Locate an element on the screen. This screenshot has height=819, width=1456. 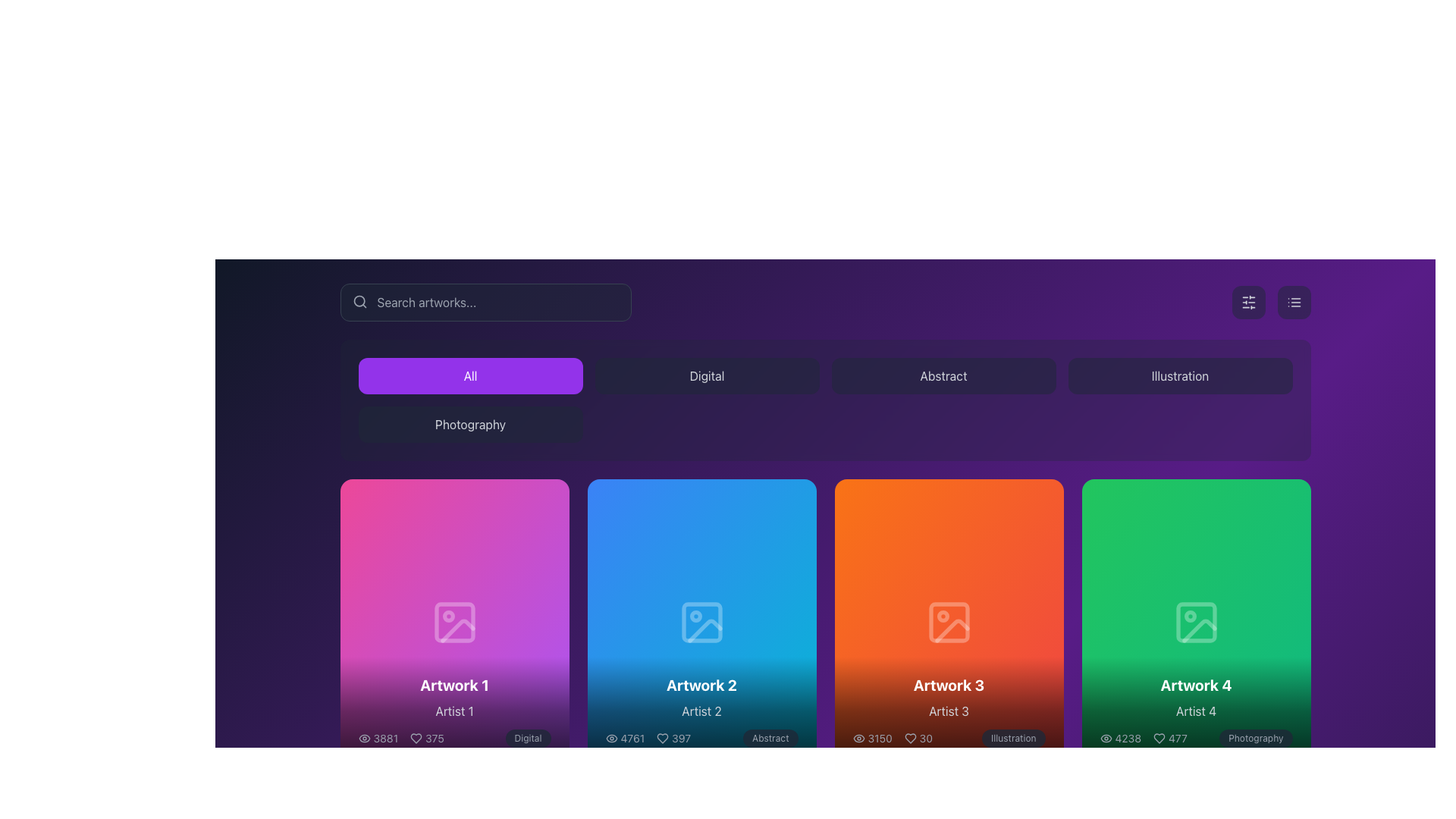
the decorative circle element in the upper-left region of the graphical depiction in 'Artwork 4' is located at coordinates (1189, 616).